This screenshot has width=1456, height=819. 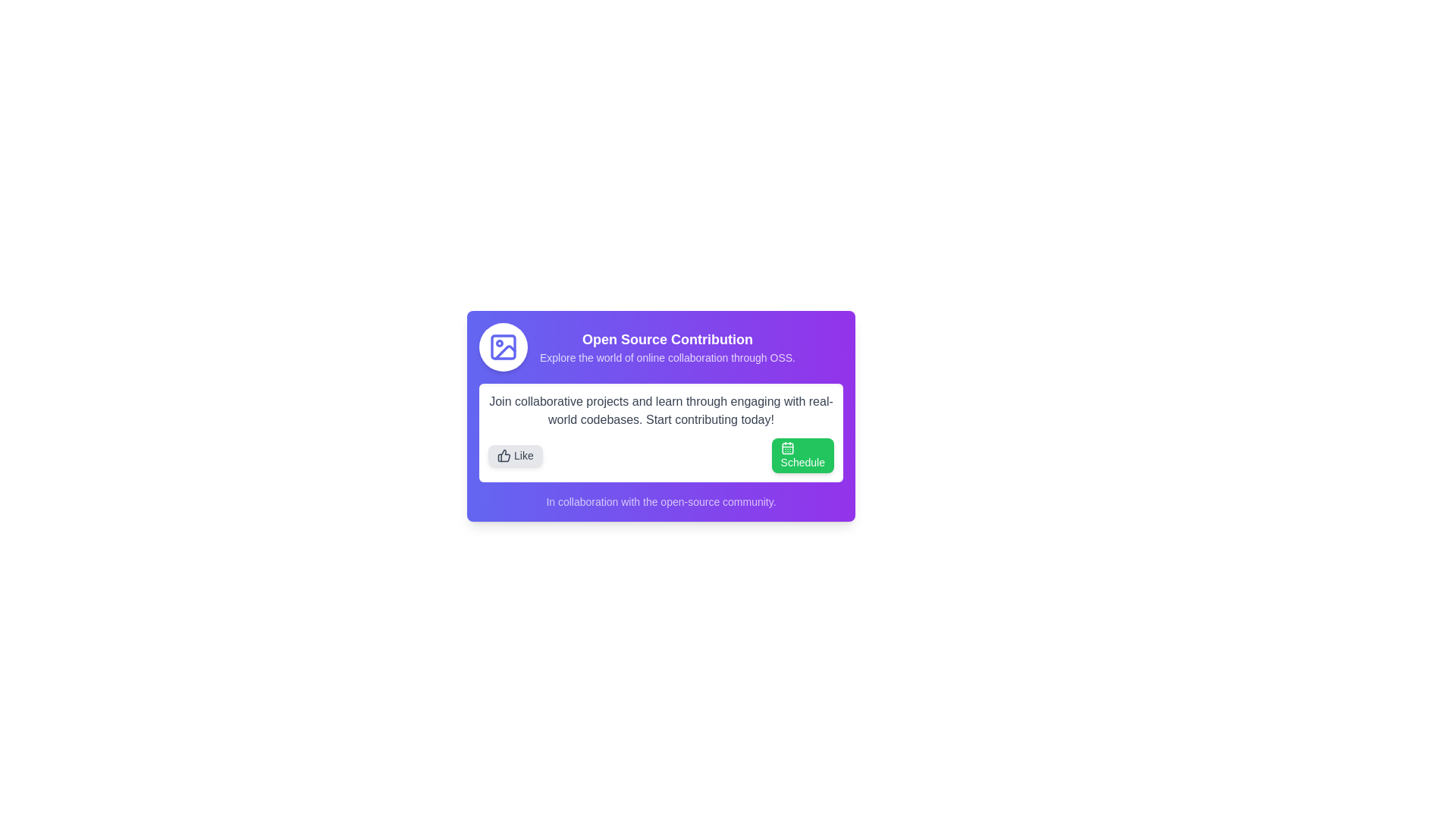 What do you see at coordinates (504, 455) in the screenshot?
I see `the design and styling of the thumbs-up icon located within the 'Like' button, positioned at the left side of the button, which is part of a card component` at bounding box center [504, 455].